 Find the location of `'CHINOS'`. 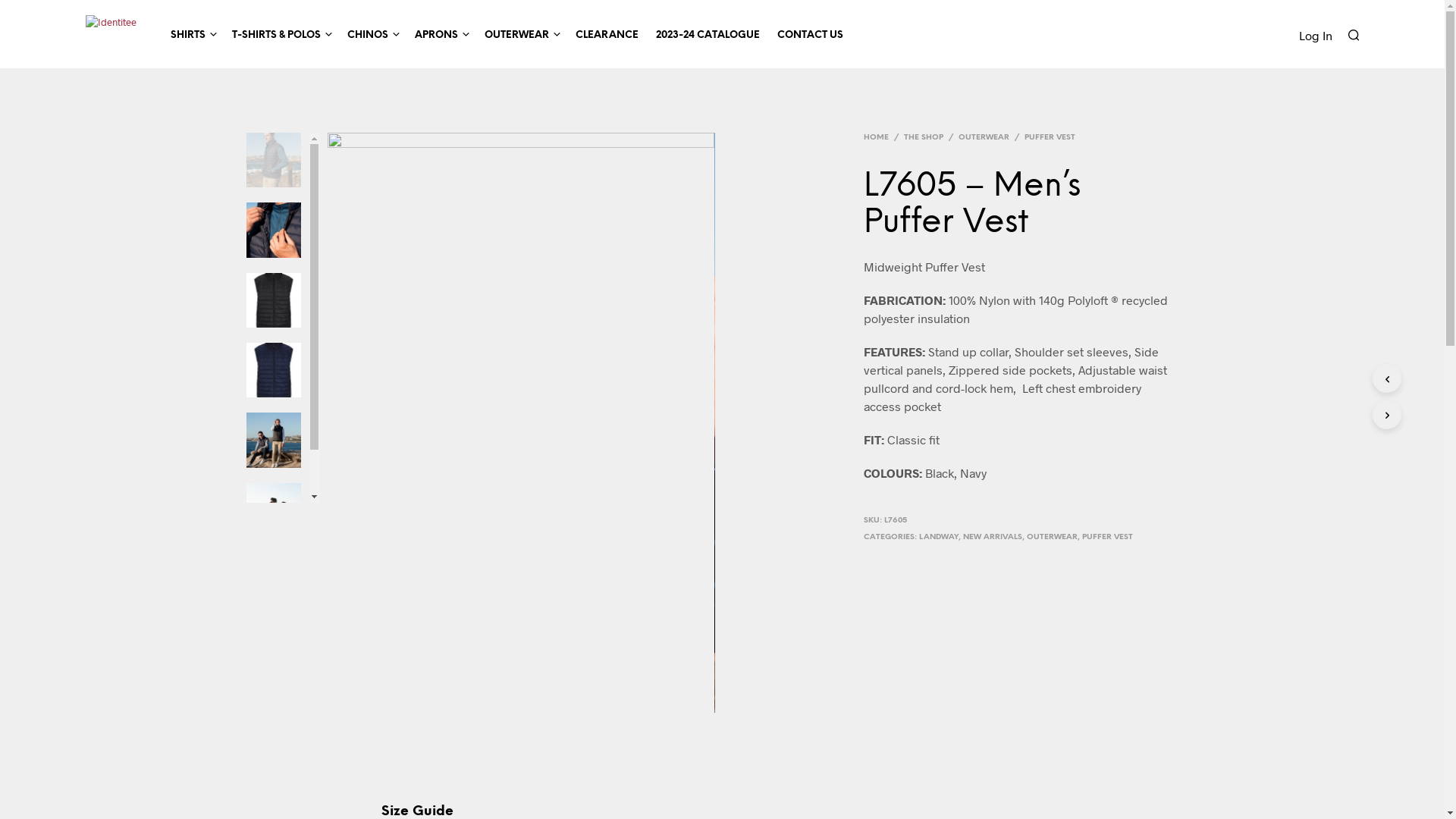

'CHINOS' is located at coordinates (367, 34).